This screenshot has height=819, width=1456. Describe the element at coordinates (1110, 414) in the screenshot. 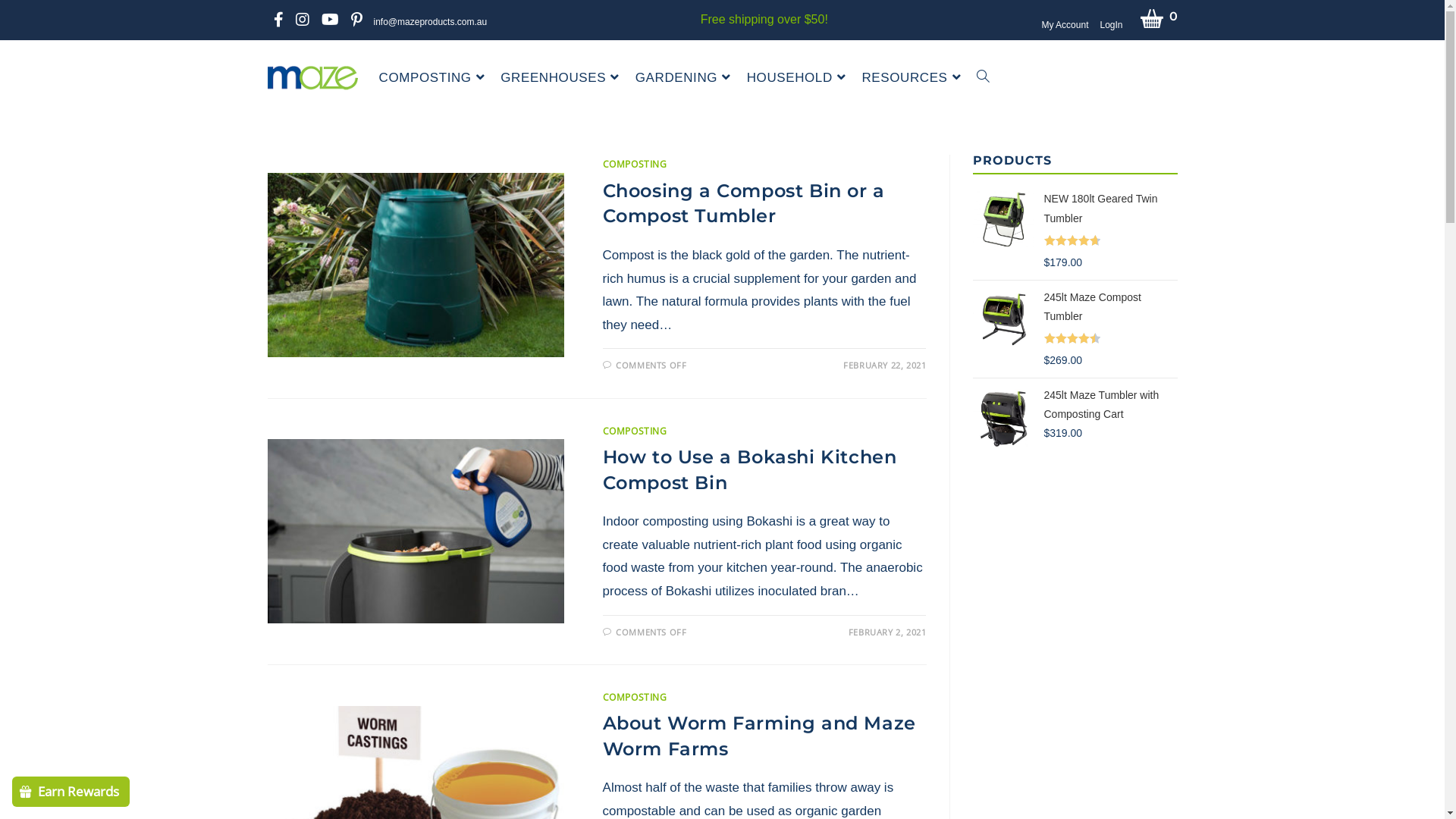

I see `'245lt Maze Tumbler with Composting Cart'` at that location.